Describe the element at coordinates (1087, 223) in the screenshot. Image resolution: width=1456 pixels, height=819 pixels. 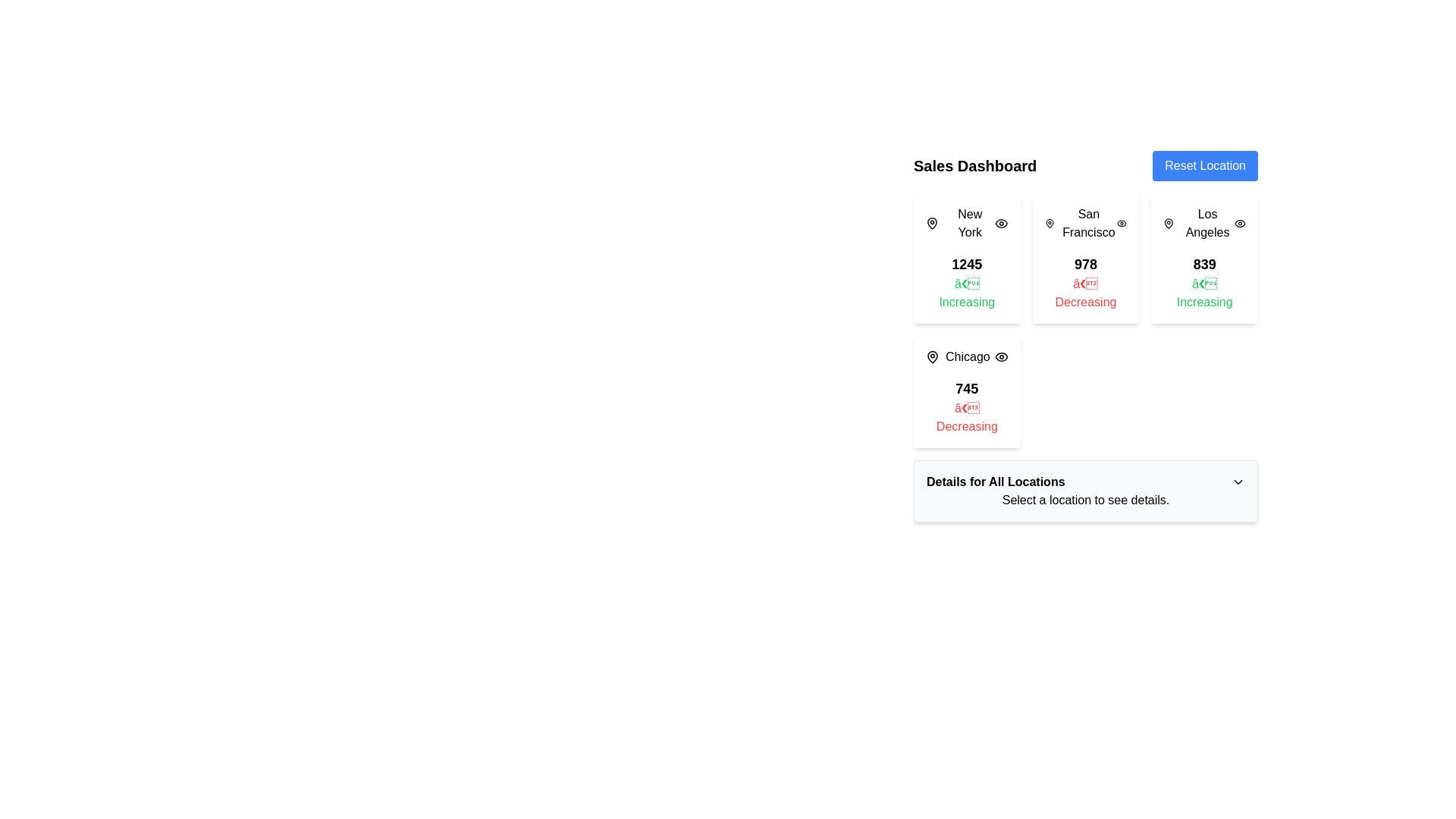
I see `the text element displaying 'San Francisco' in a medium-weight sans-serif font, located in the second card from the left in the top row of the card grid` at that location.